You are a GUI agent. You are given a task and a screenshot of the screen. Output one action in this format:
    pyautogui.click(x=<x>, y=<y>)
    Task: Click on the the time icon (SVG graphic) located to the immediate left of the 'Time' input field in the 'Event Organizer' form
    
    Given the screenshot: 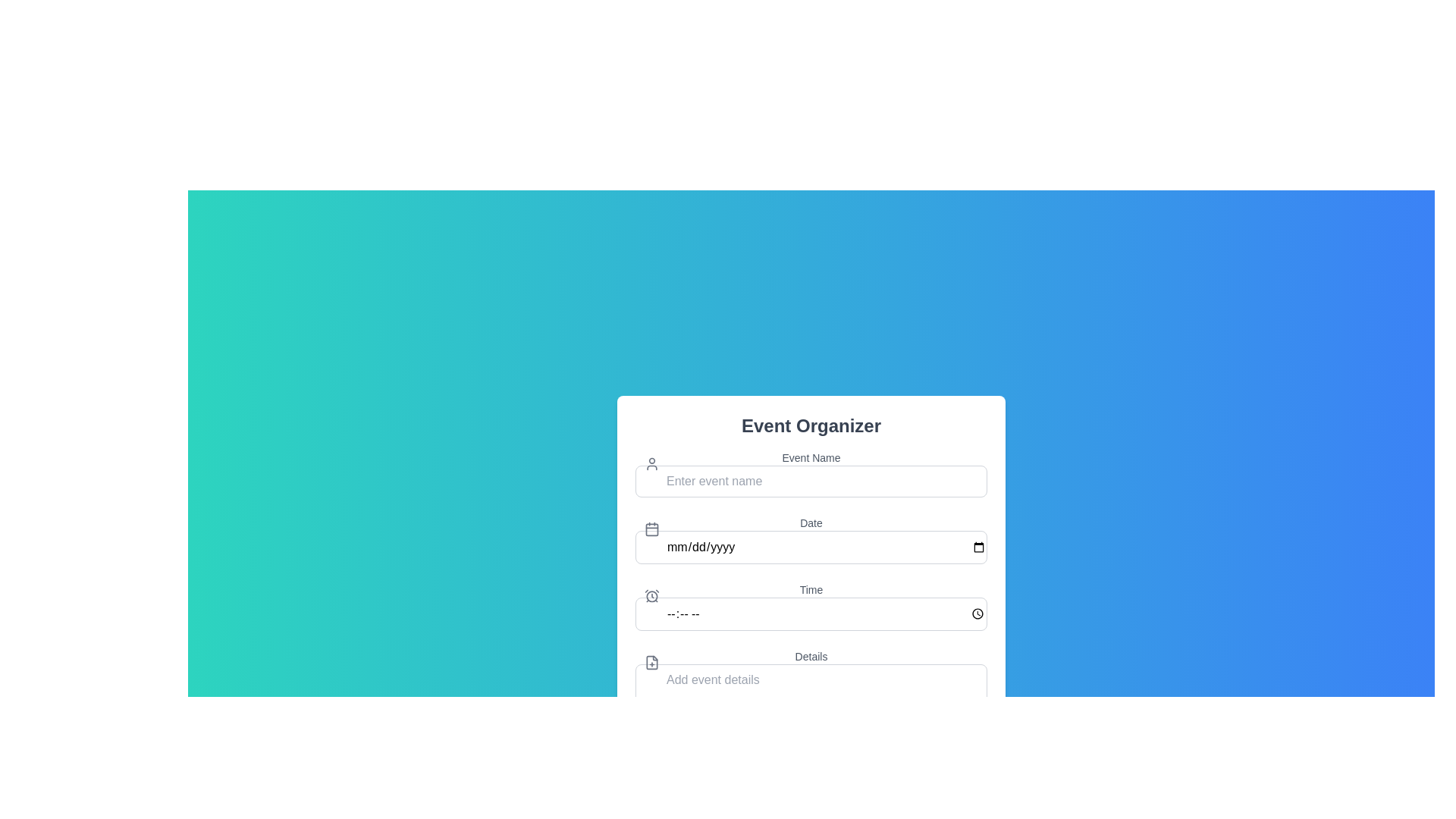 What is the action you would take?
    pyautogui.click(x=651, y=595)
    